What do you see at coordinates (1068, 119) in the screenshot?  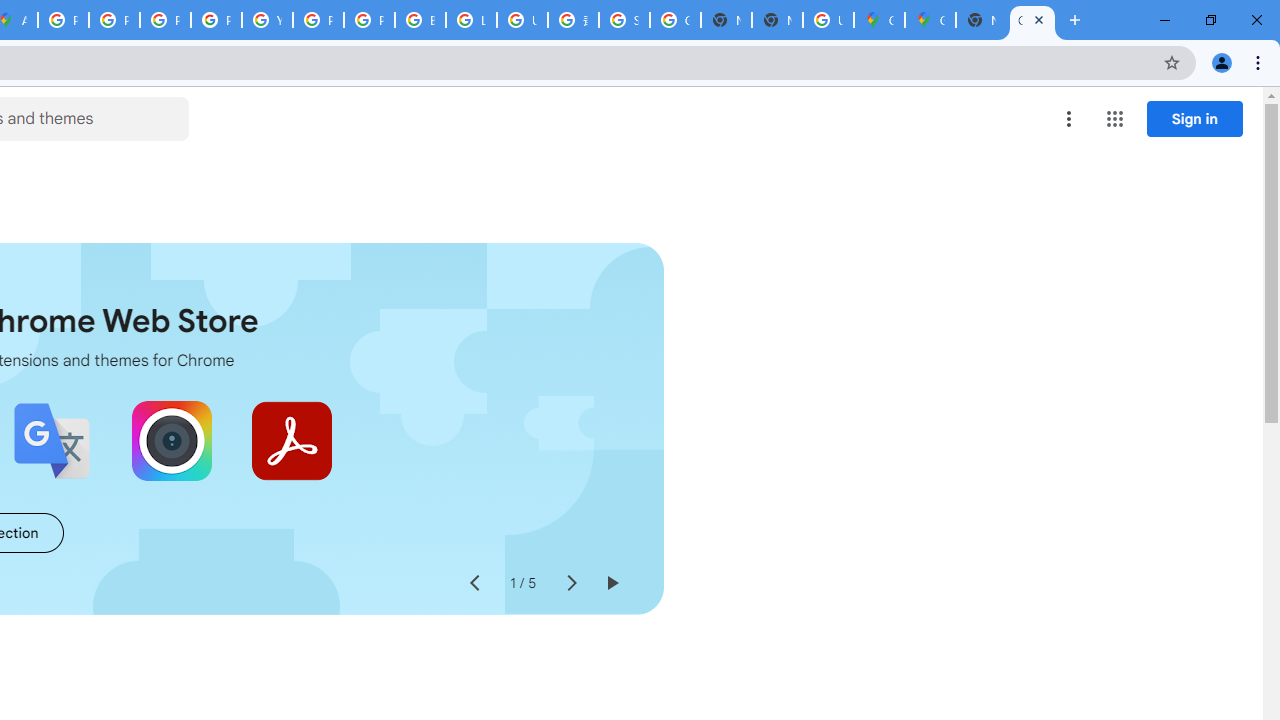 I see `'More options menu'` at bounding box center [1068, 119].